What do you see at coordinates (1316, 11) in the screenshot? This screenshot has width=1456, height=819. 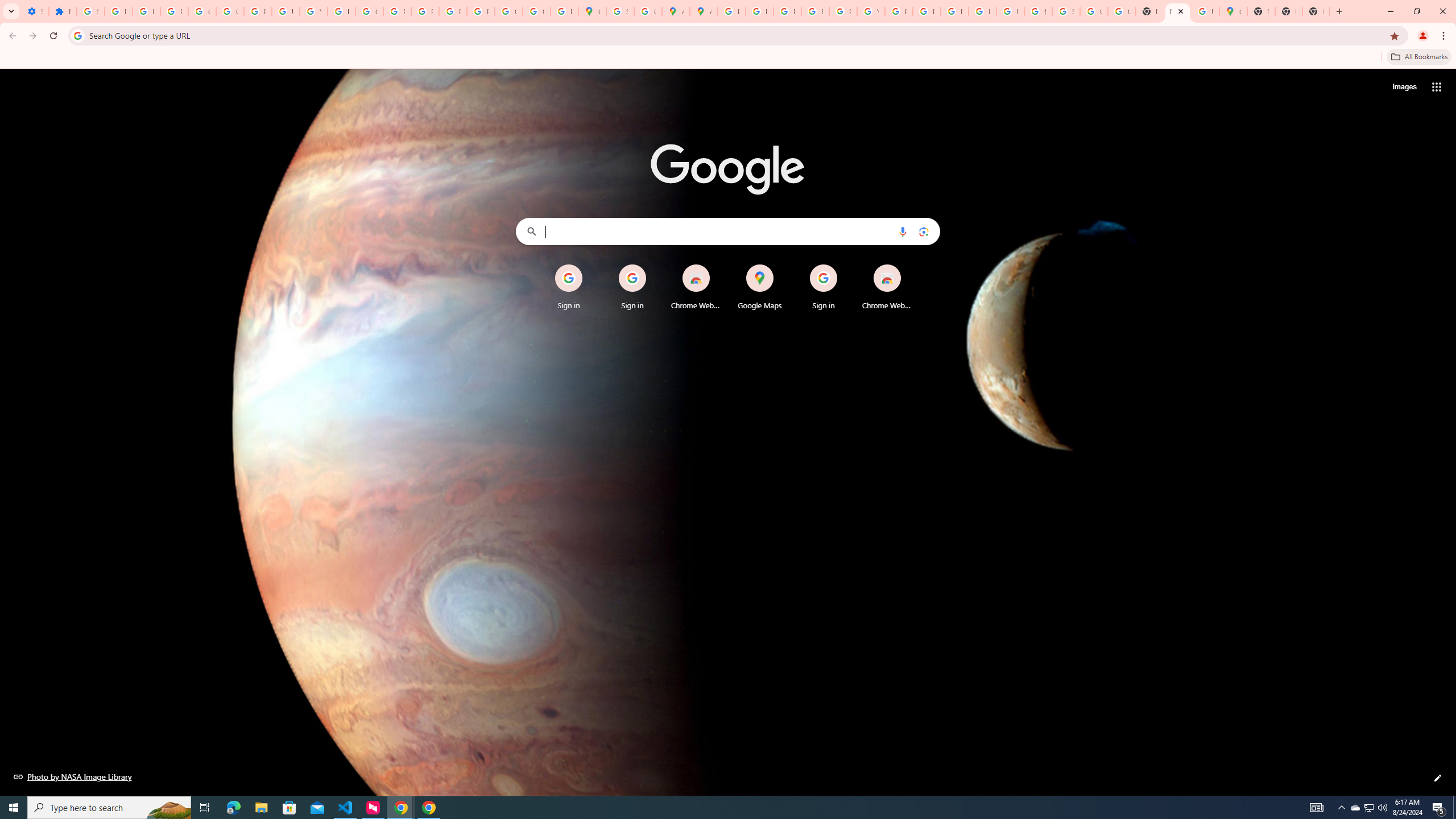 I see `'New Tab'` at bounding box center [1316, 11].